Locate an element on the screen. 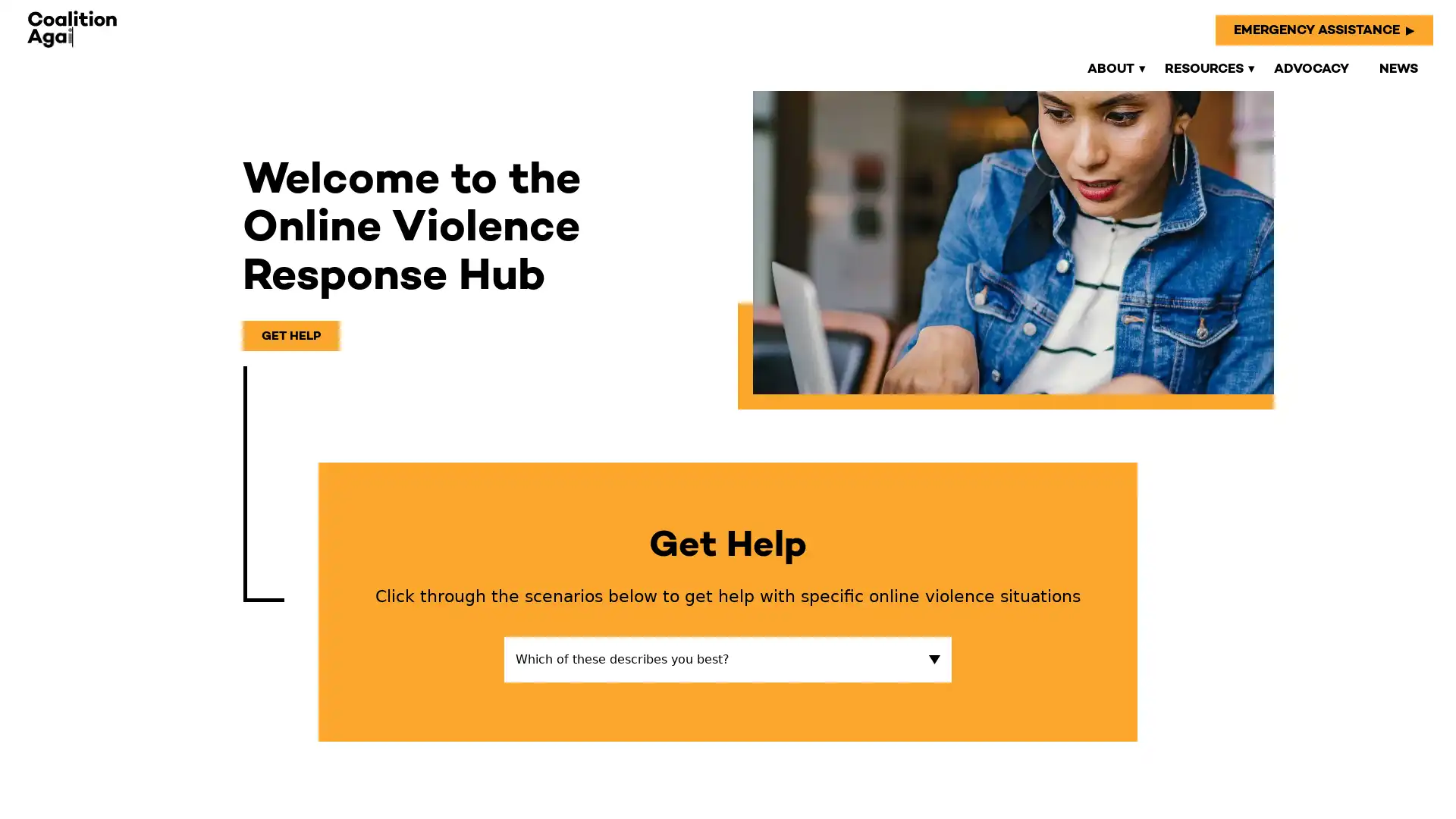 Image resolution: width=1456 pixels, height=819 pixels. GET HELP is located at coordinates (291, 334).